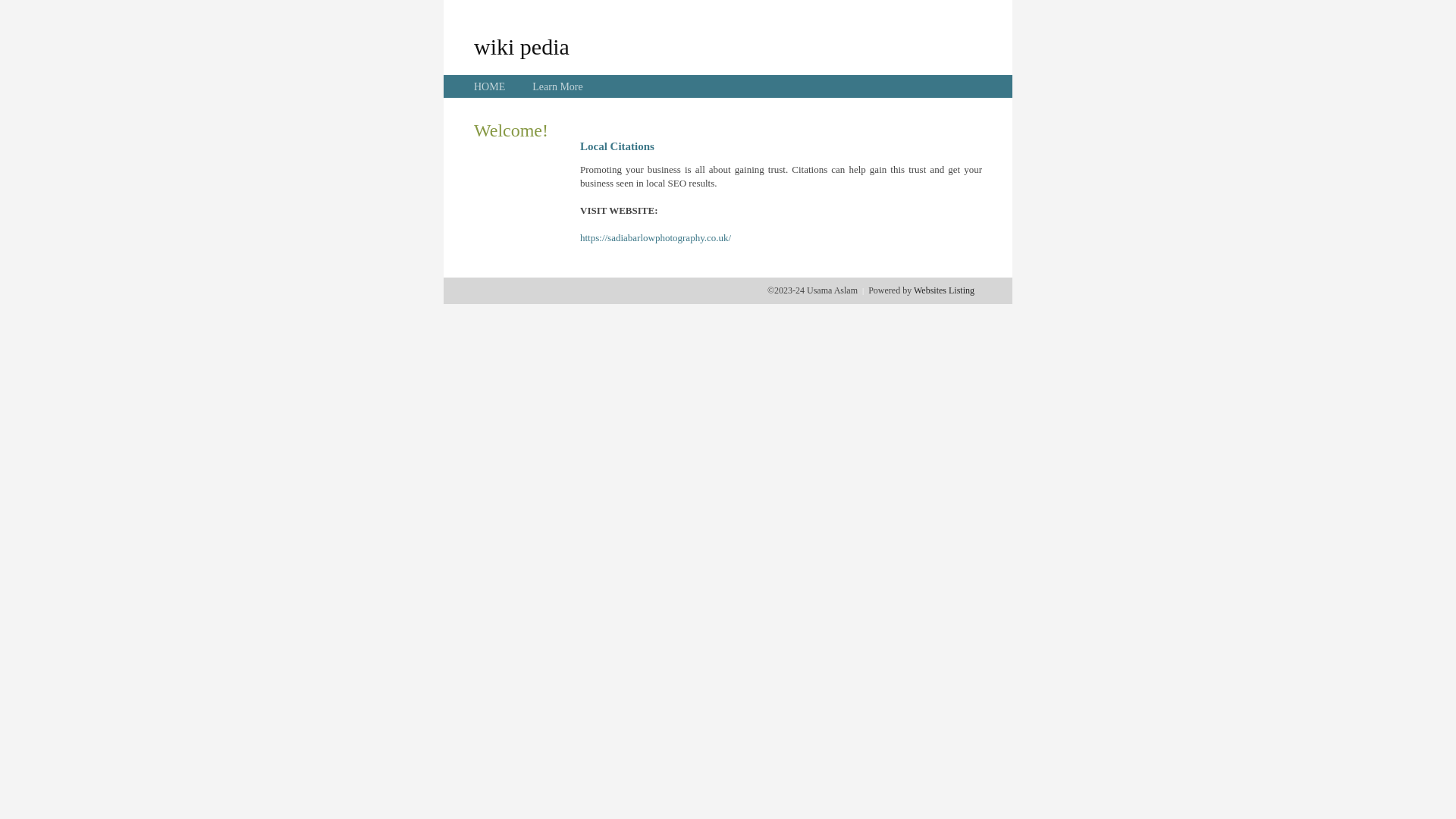  Describe the element at coordinates (489, 86) in the screenshot. I see `'HOME'` at that location.